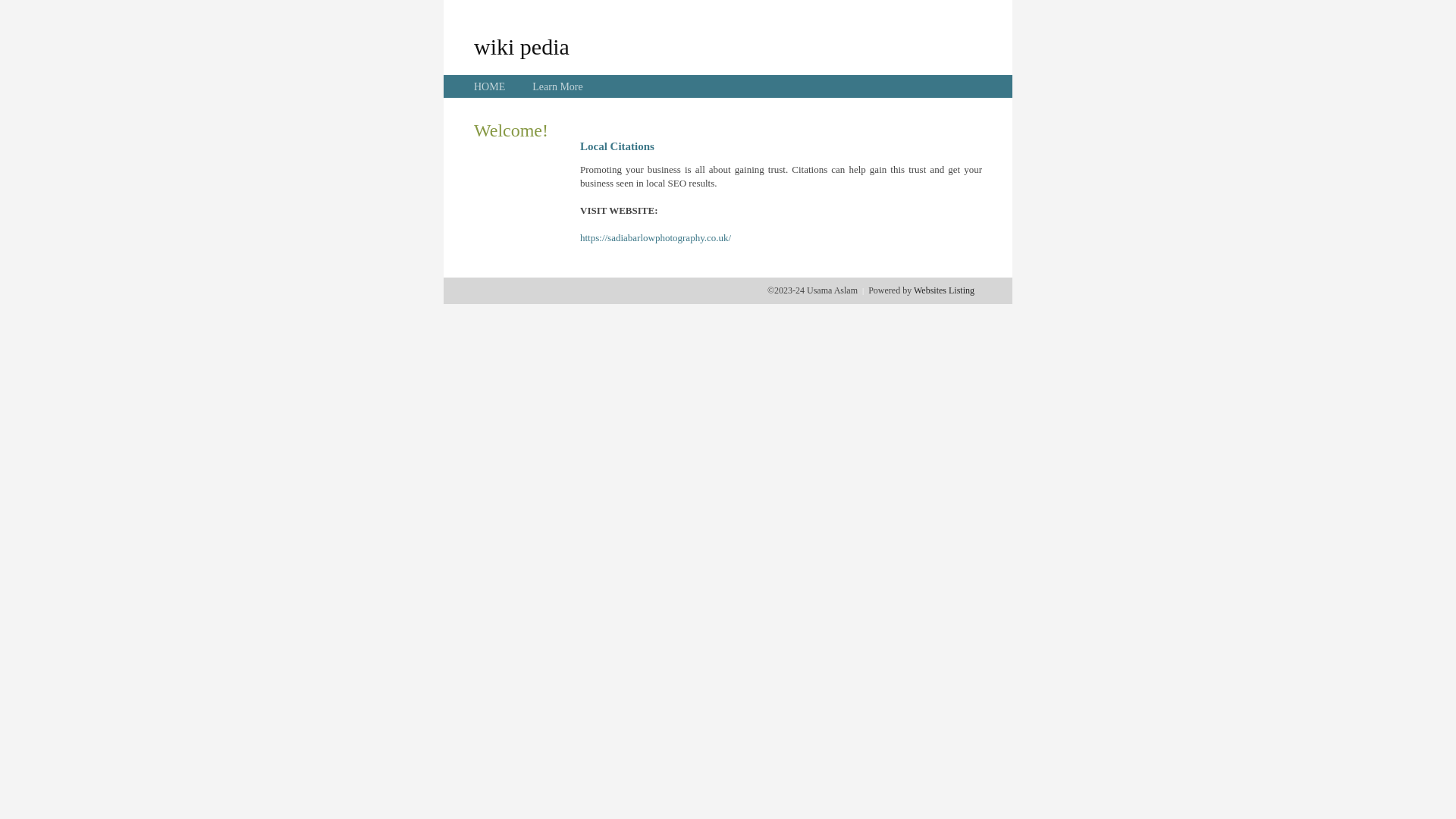  Describe the element at coordinates (489, 86) in the screenshot. I see `'HOME'` at that location.